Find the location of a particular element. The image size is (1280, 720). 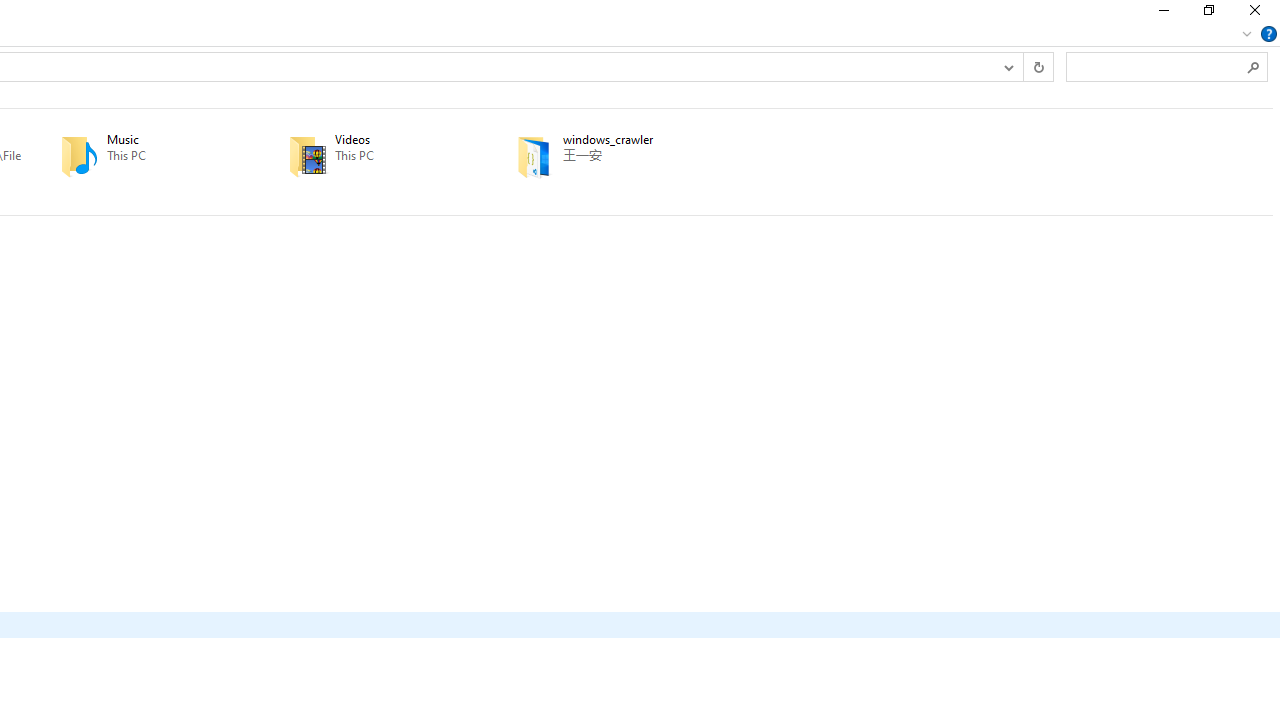

'Search Box' is located at coordinates (1157, 65).